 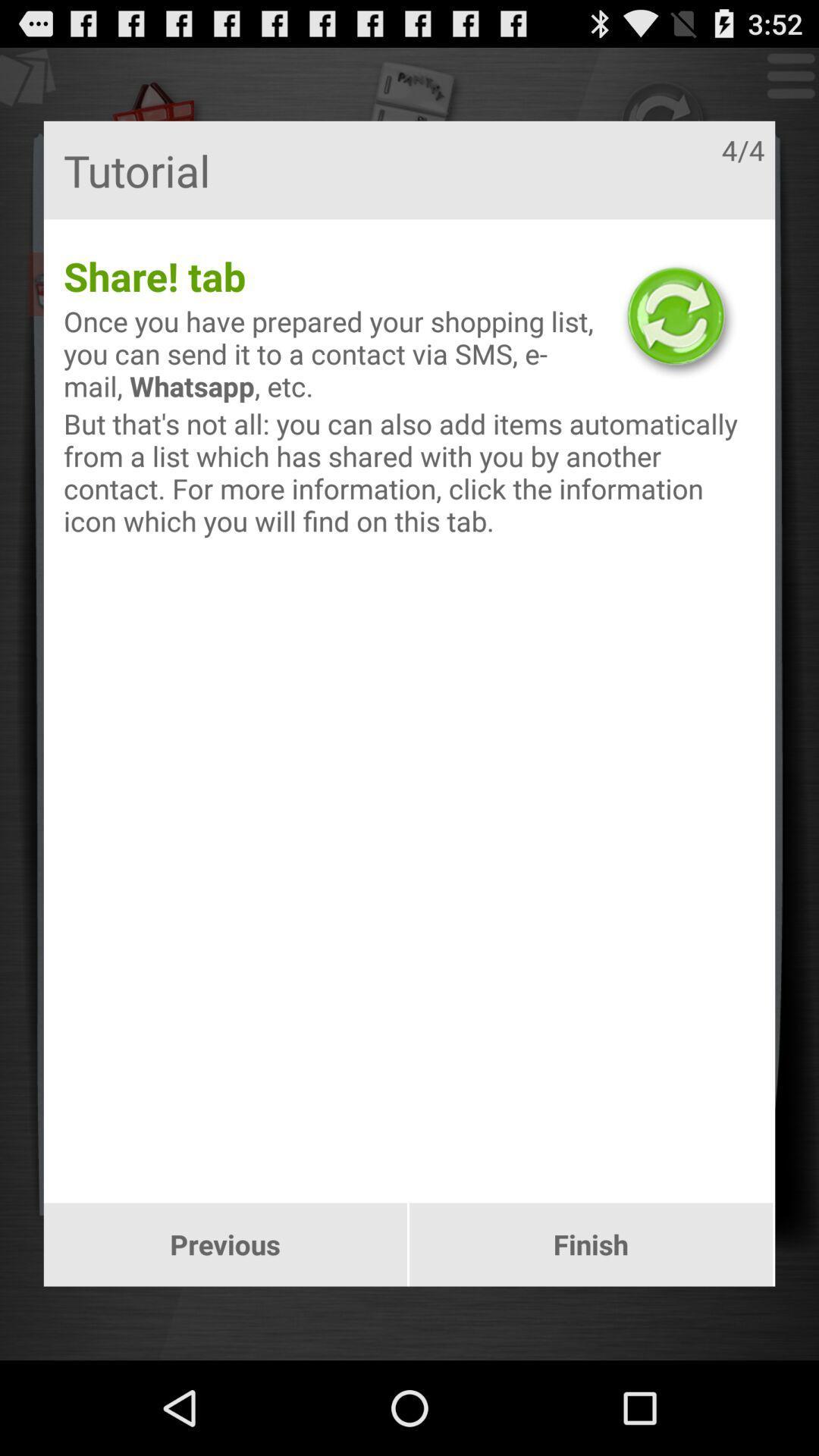 I want to click on the button next to the previous button, so click(x=590, y=1244).